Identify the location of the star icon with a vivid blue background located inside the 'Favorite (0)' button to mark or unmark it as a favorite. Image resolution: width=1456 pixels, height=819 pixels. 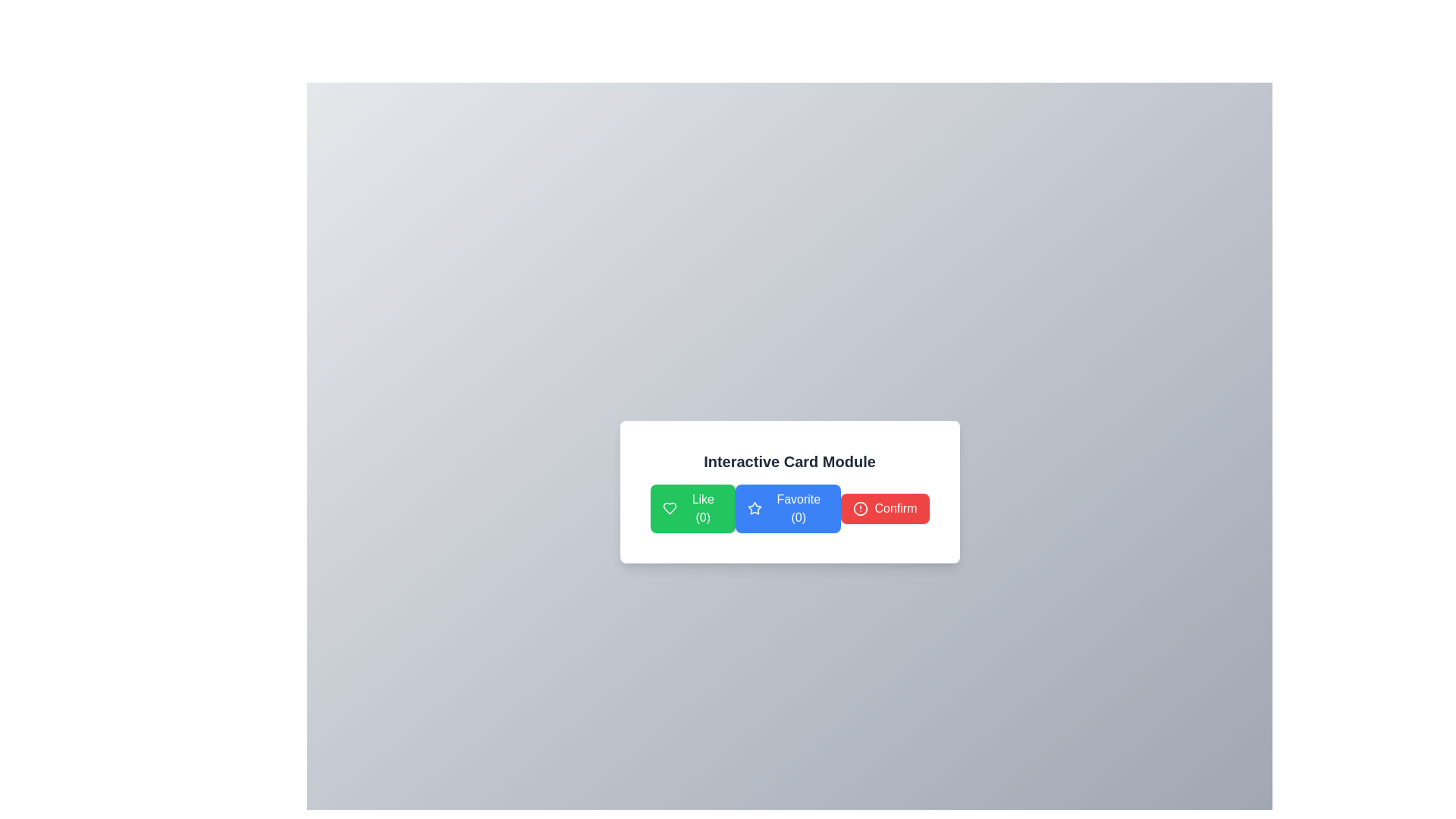
(755, 509).